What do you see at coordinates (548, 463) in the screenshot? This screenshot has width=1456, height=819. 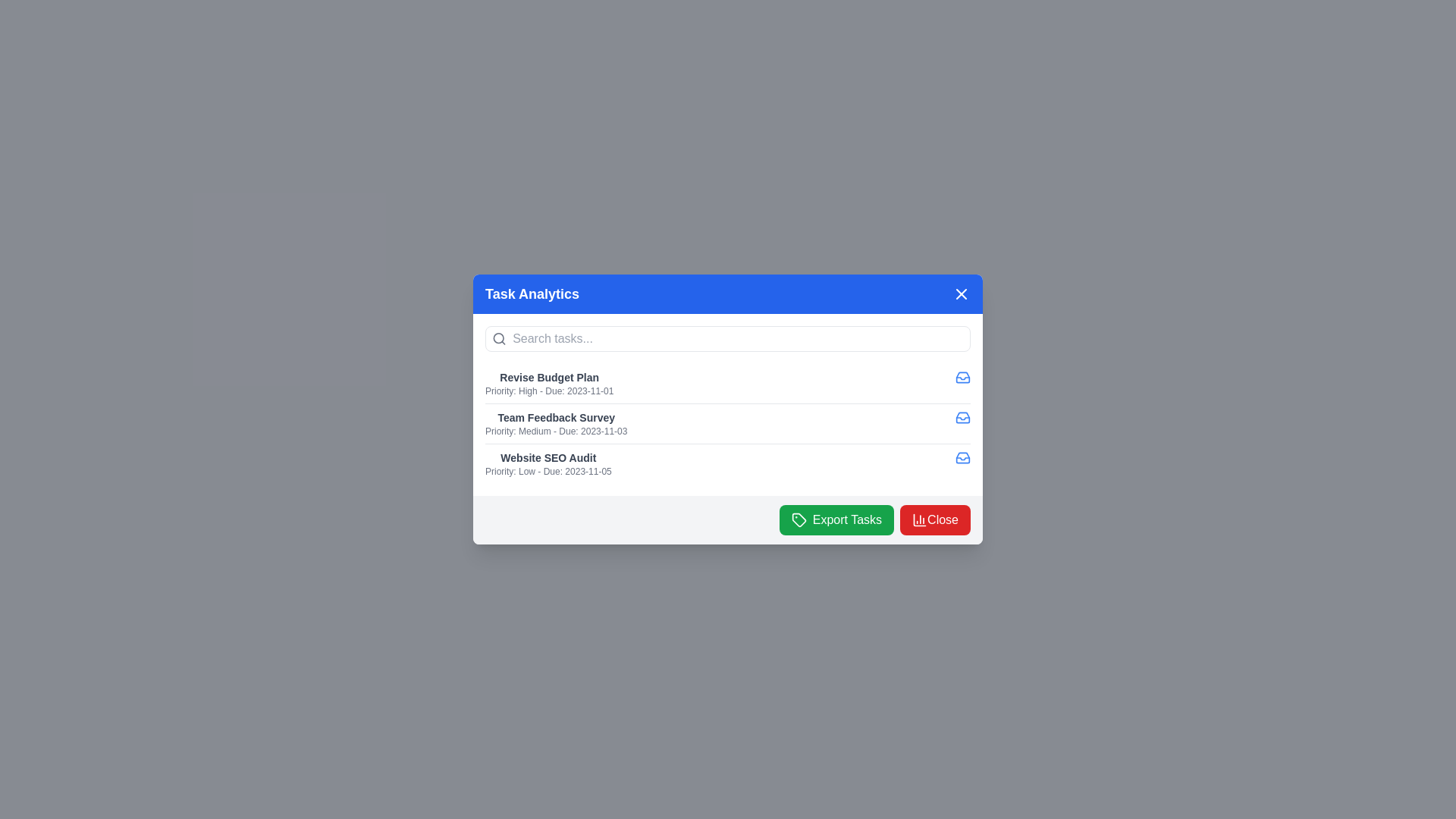 I see `displayed text from the Text Label that shows the task name, priority level, and due date, located within the third task entry in the 'Task Analytics' list` at bounding box center [548, 463].